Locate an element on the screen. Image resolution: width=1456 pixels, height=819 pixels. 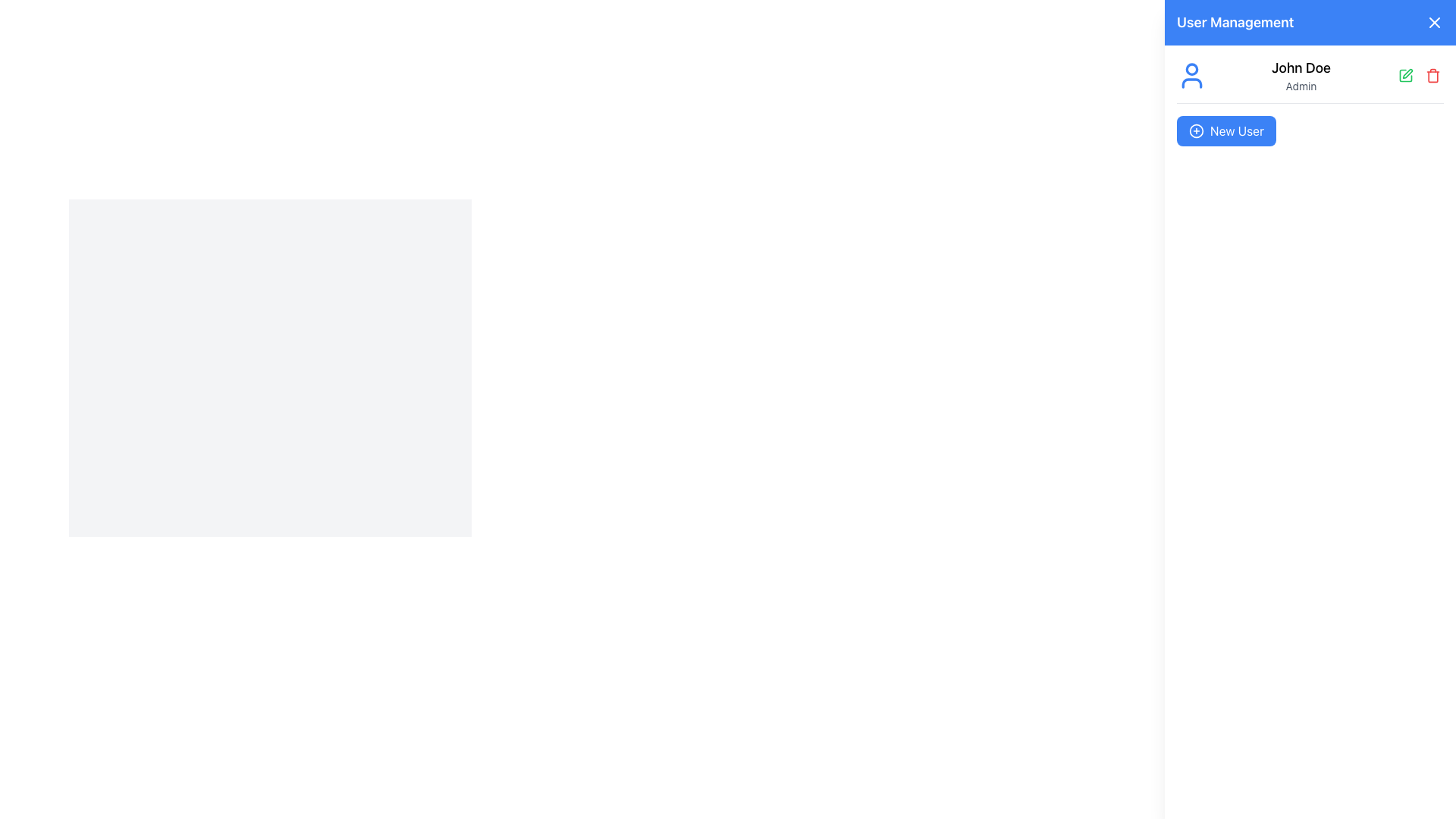
the circular trash button with a red icon located in the top-right corner of the user details panel is located at coordinates (1432, 76).